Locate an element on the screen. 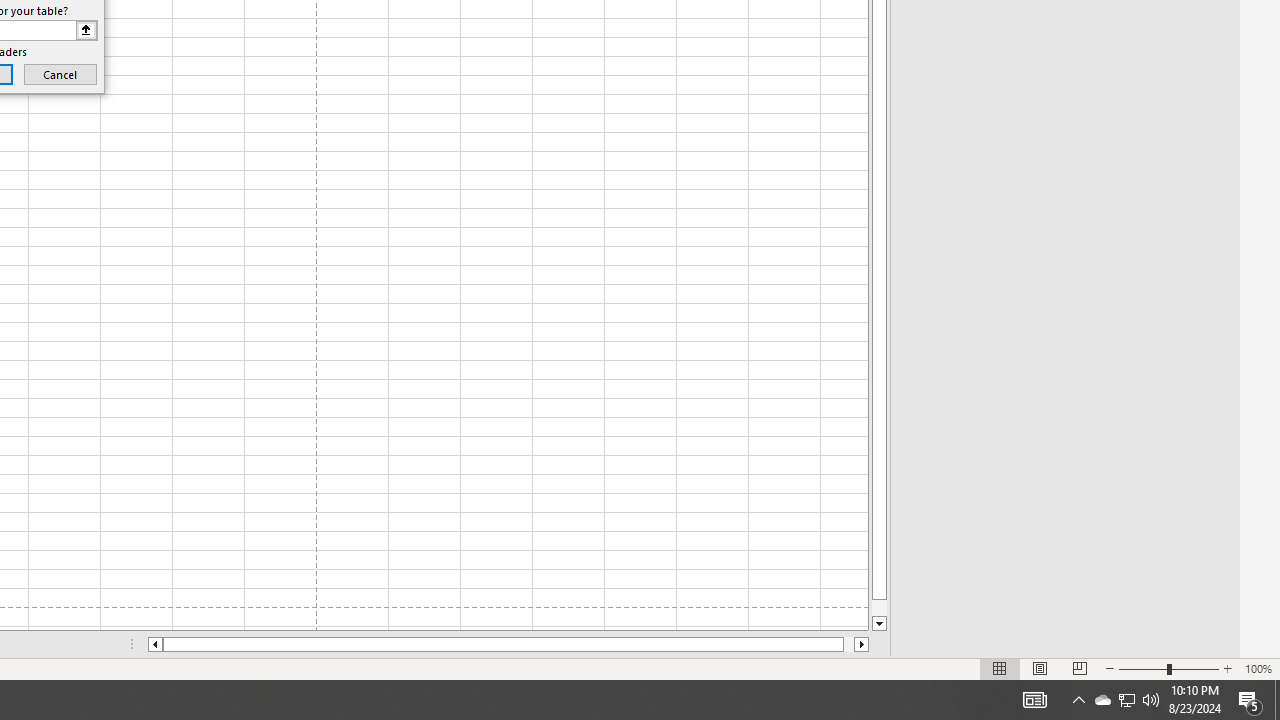 This screenshot has width=1280, height=720. 'Column left' is located at coordinates (153, 644).